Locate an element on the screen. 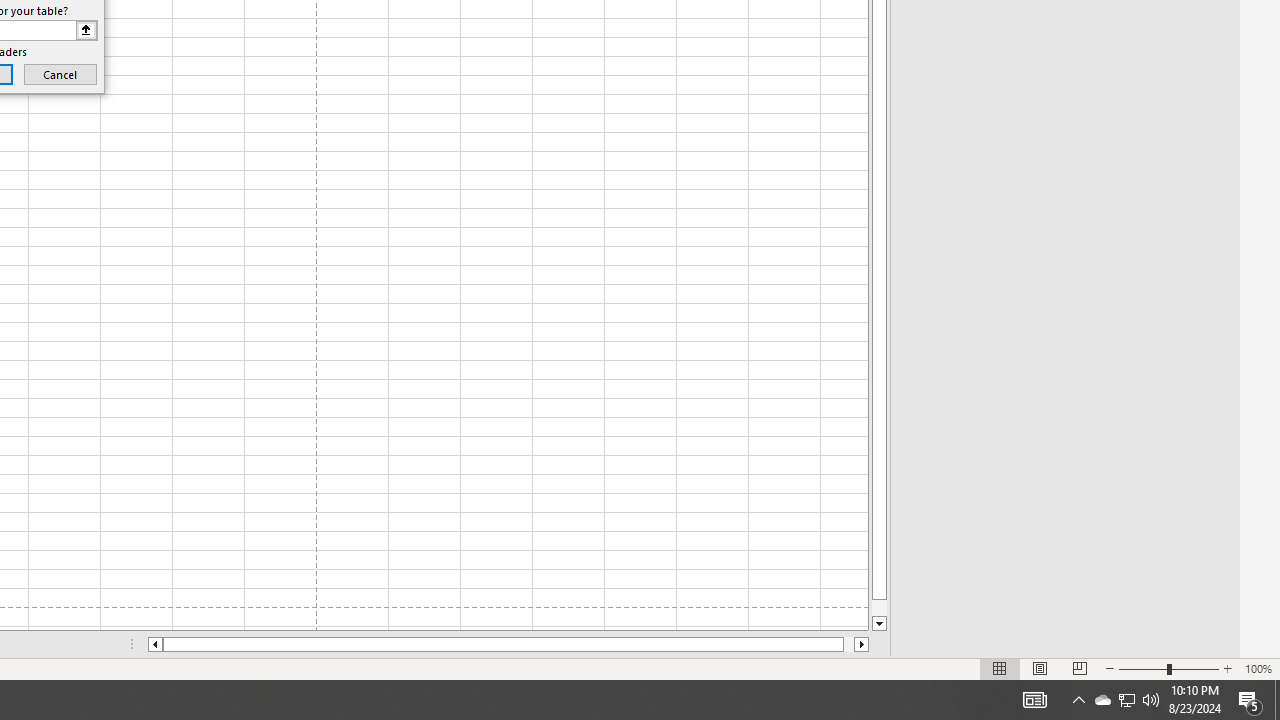 This screenshot has width=1280, height=720. 'Column left' is located at coordinates (153, 644).